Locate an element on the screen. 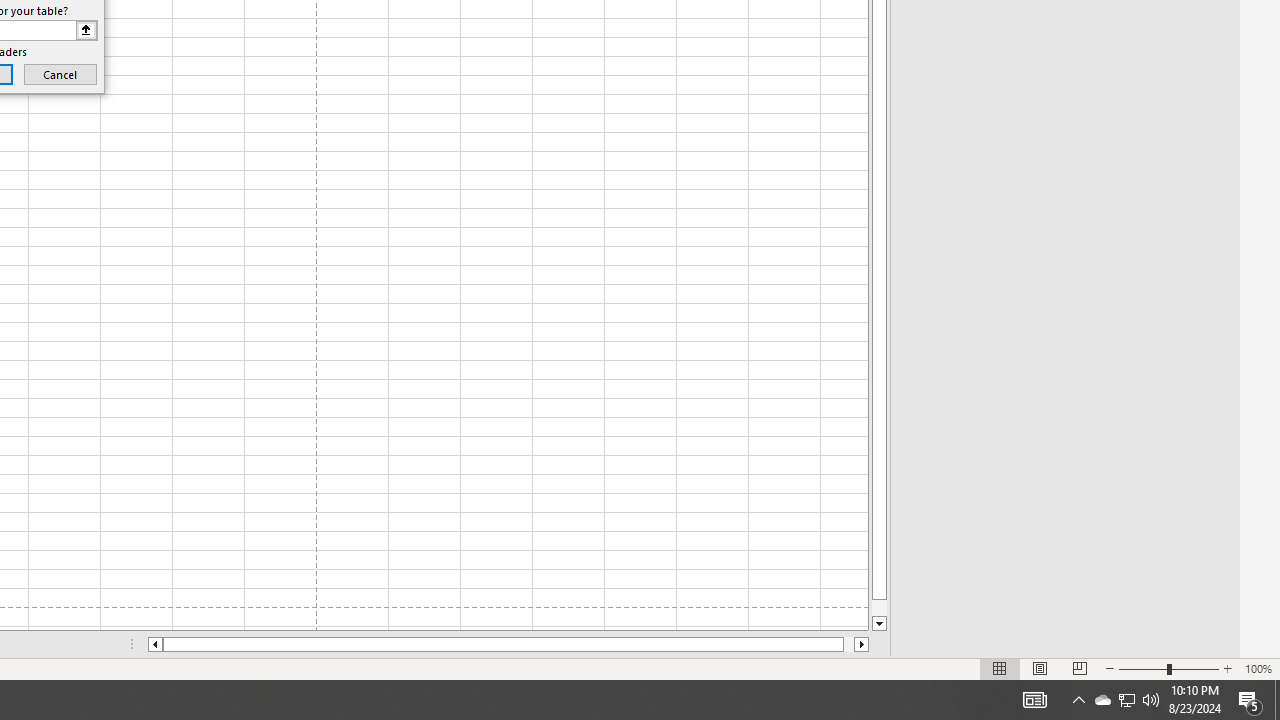 This screenshot has width=1280, height=720. 'Column left' is located at coordinates (153, 644).